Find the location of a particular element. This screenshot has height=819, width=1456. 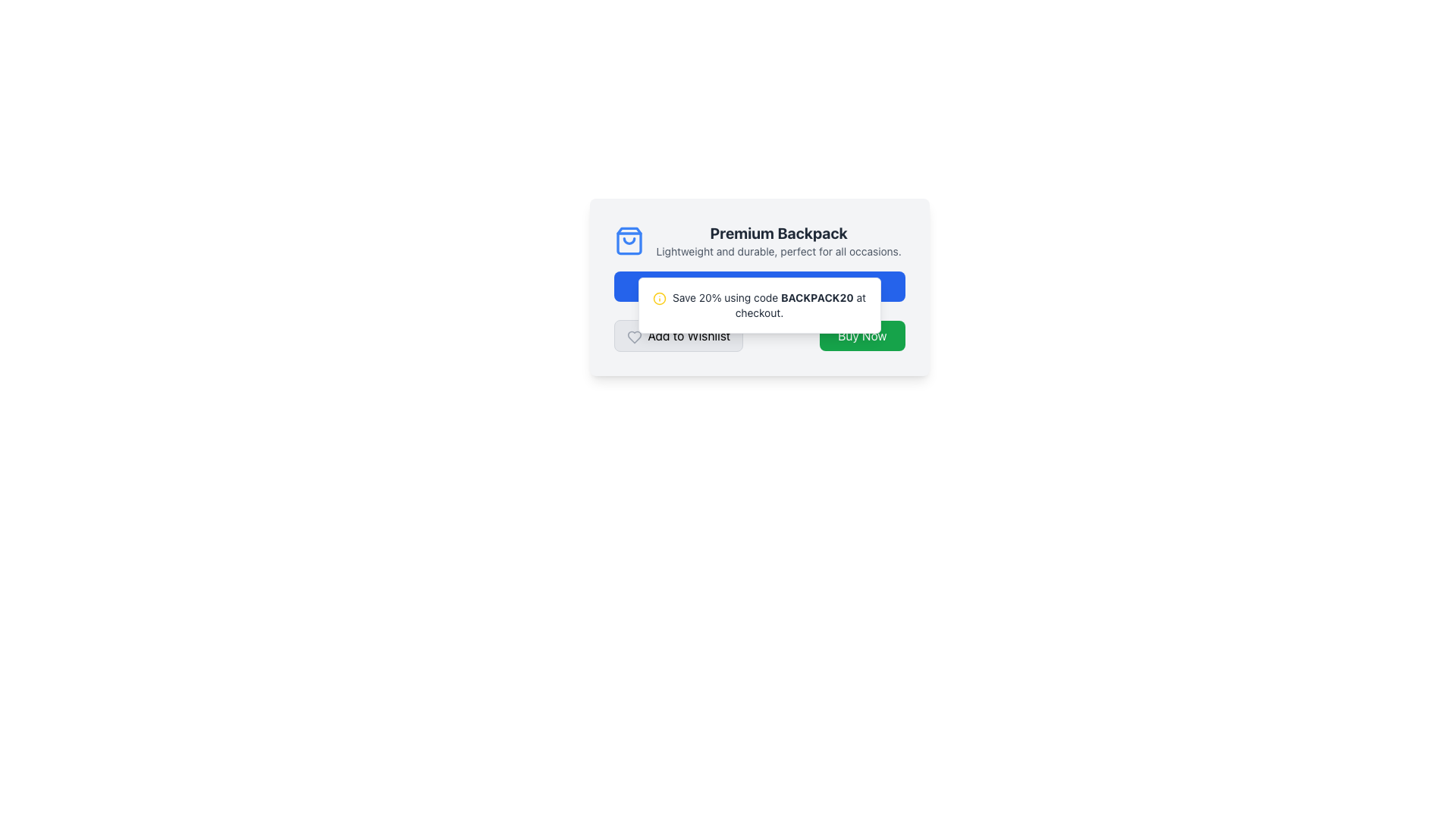

the promotional code text that allows users to input a discount code during the purchase process is located at coordinates (816, 297).